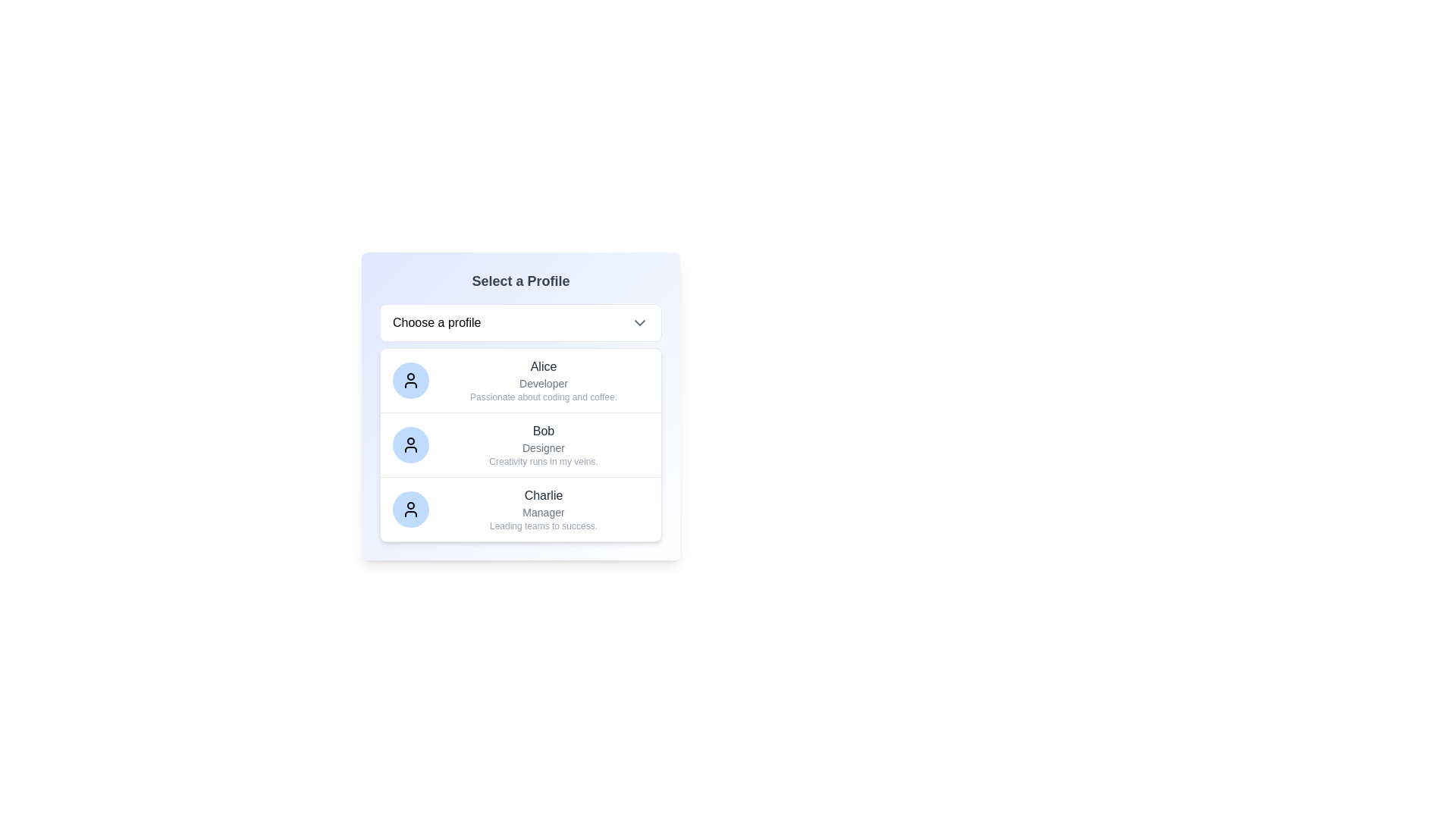 Image resolution: width=1456 pixels, height=819 pixels. Describe the element at coordinates (411, 444) in the screenshot. I see `the circular blue user profile icon for 'Bob'` at that location.